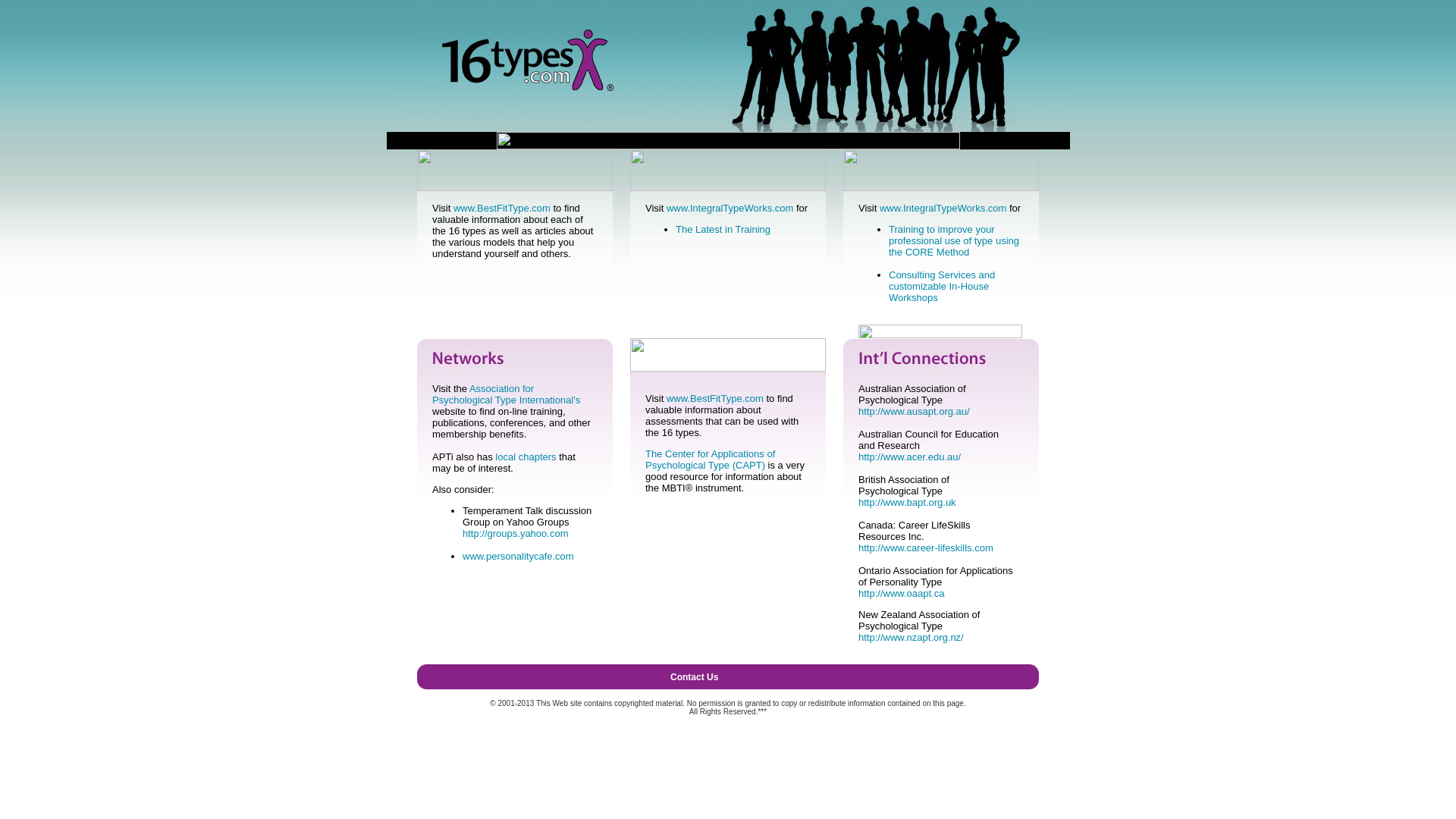 Image resolution: width=1456 pixels, height=819 pixels. What do you see at coordinates (525, 456) in the screenshot?
I see `'local chapters'` at bounding box center [525, 456].